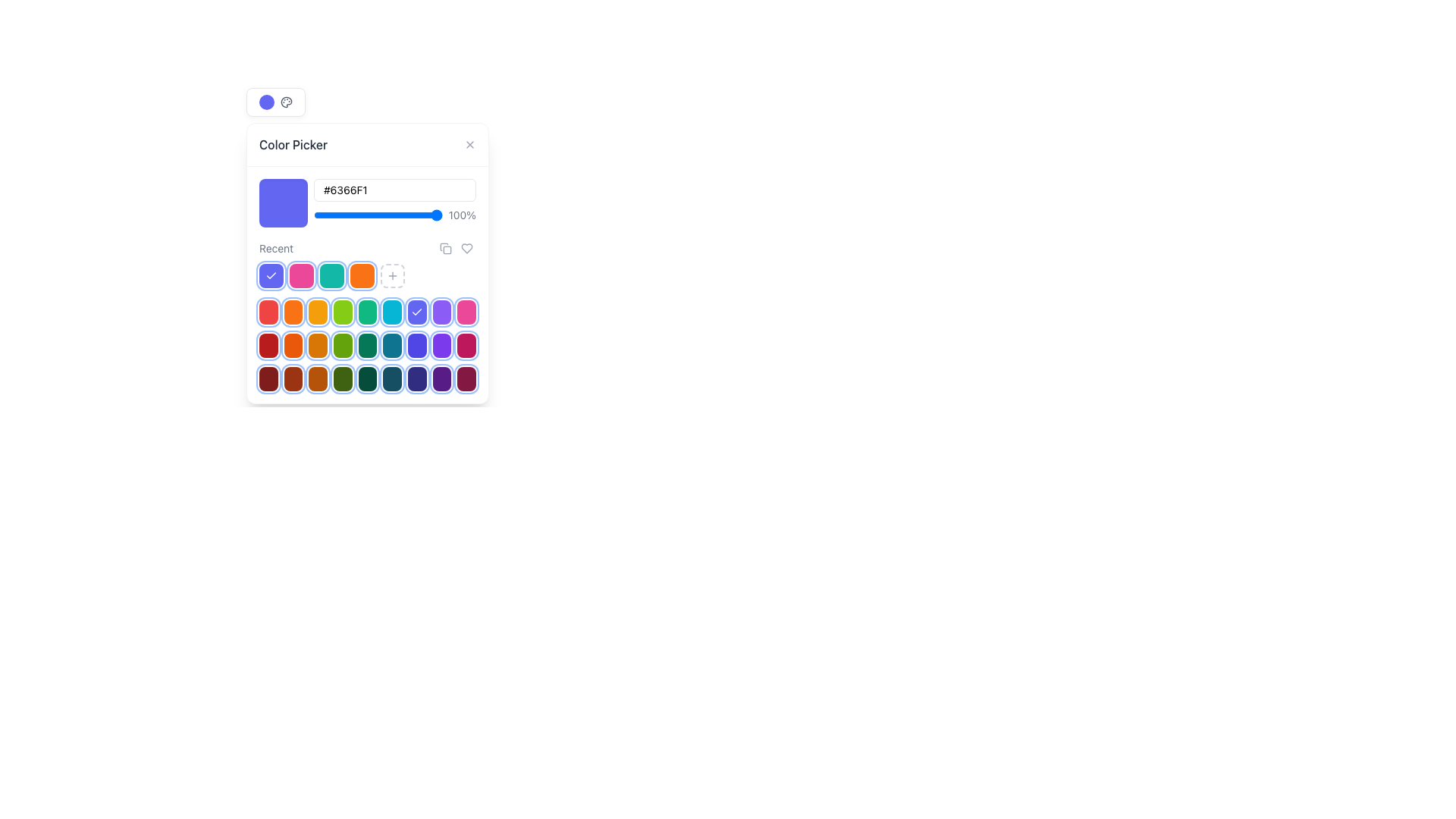  I want to click on the small square button with rounded corners and an orange background, which is the third button in the second row of the color-selecting grid in the color picker interface, so click(317, 312).